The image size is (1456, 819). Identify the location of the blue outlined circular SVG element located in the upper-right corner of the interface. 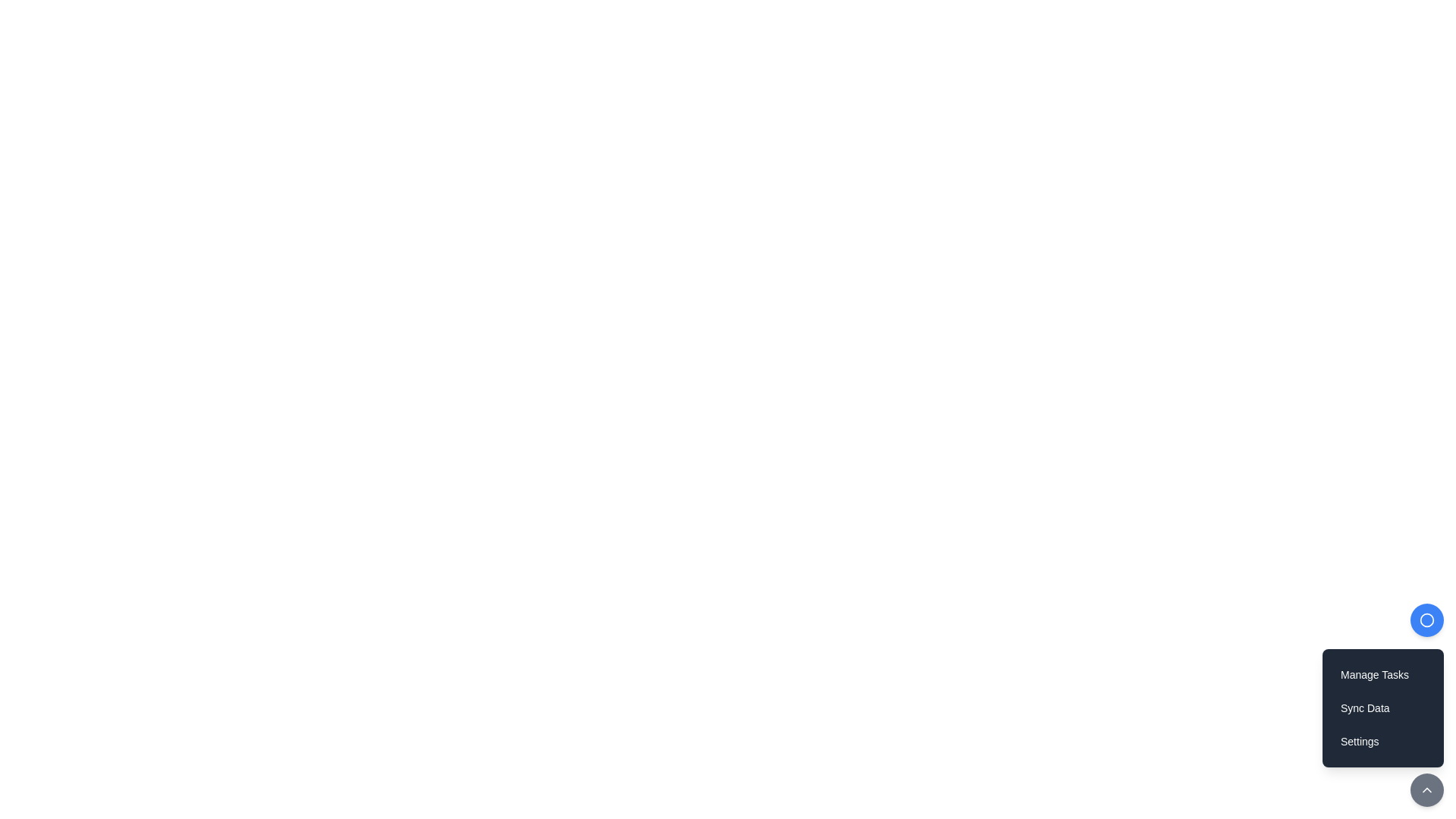
(1426, 620).